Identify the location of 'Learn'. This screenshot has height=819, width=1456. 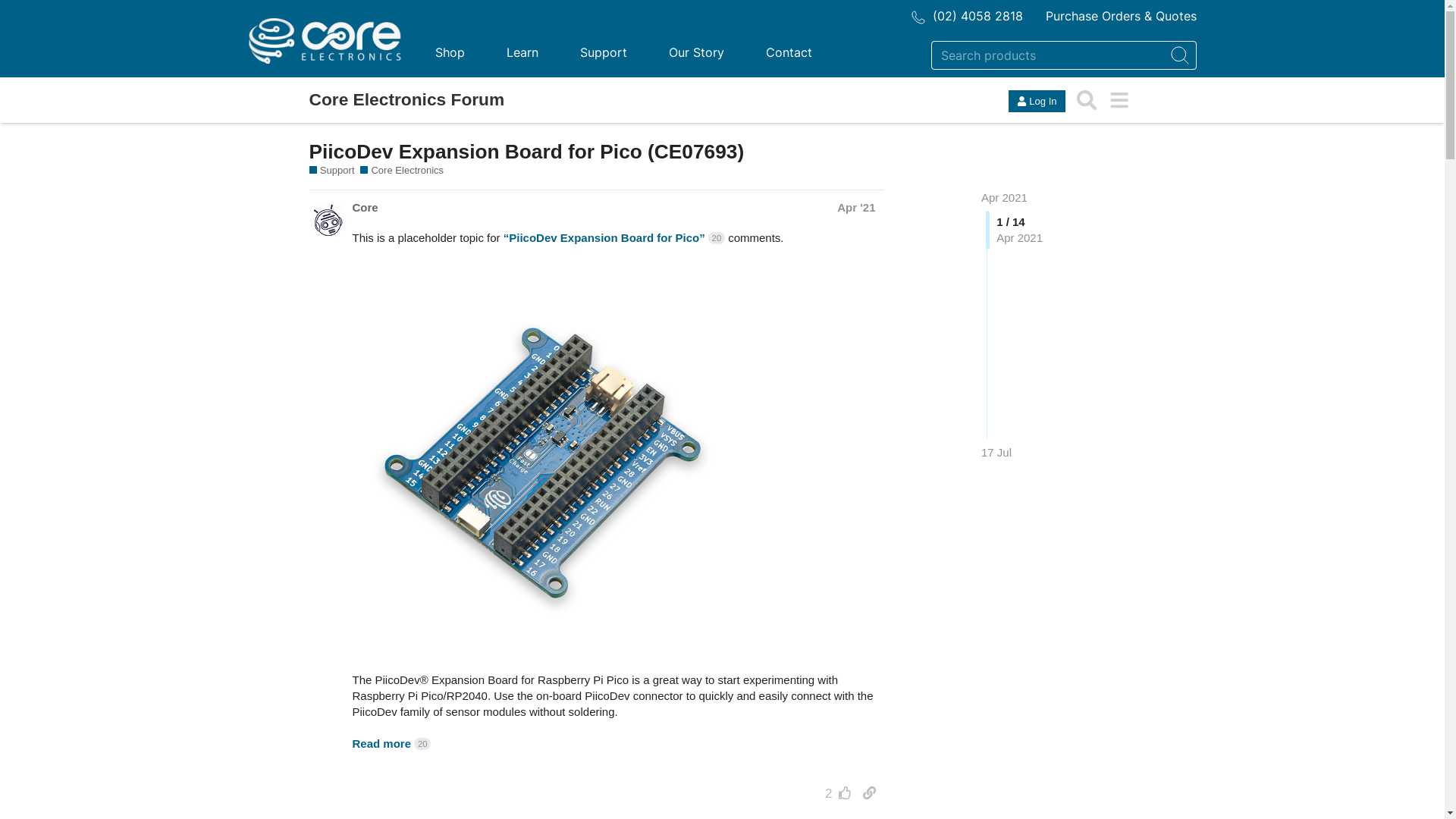
(521, 52).